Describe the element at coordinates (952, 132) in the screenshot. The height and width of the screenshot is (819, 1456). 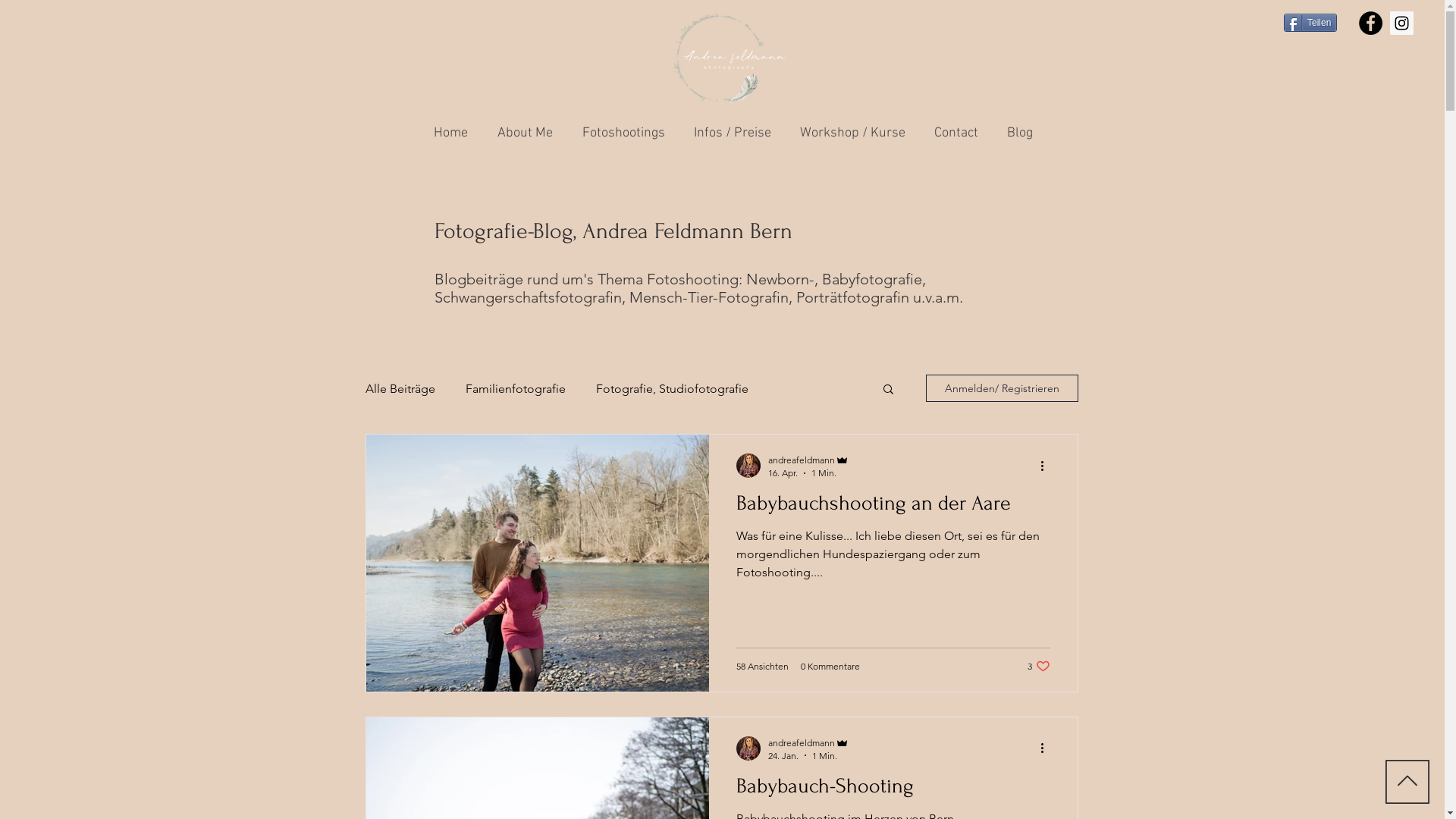
I see `'Contact'` at that location.